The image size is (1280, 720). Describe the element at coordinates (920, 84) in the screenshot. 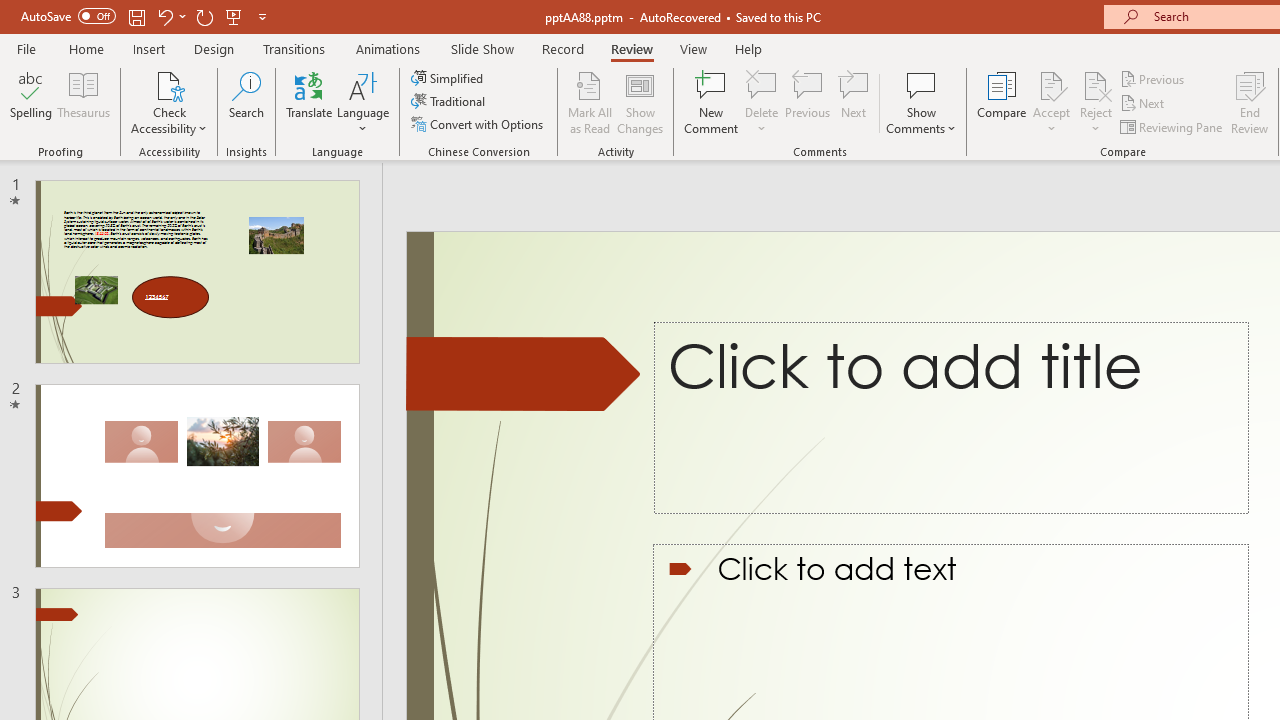

I see `'Show Comments'` at that location.